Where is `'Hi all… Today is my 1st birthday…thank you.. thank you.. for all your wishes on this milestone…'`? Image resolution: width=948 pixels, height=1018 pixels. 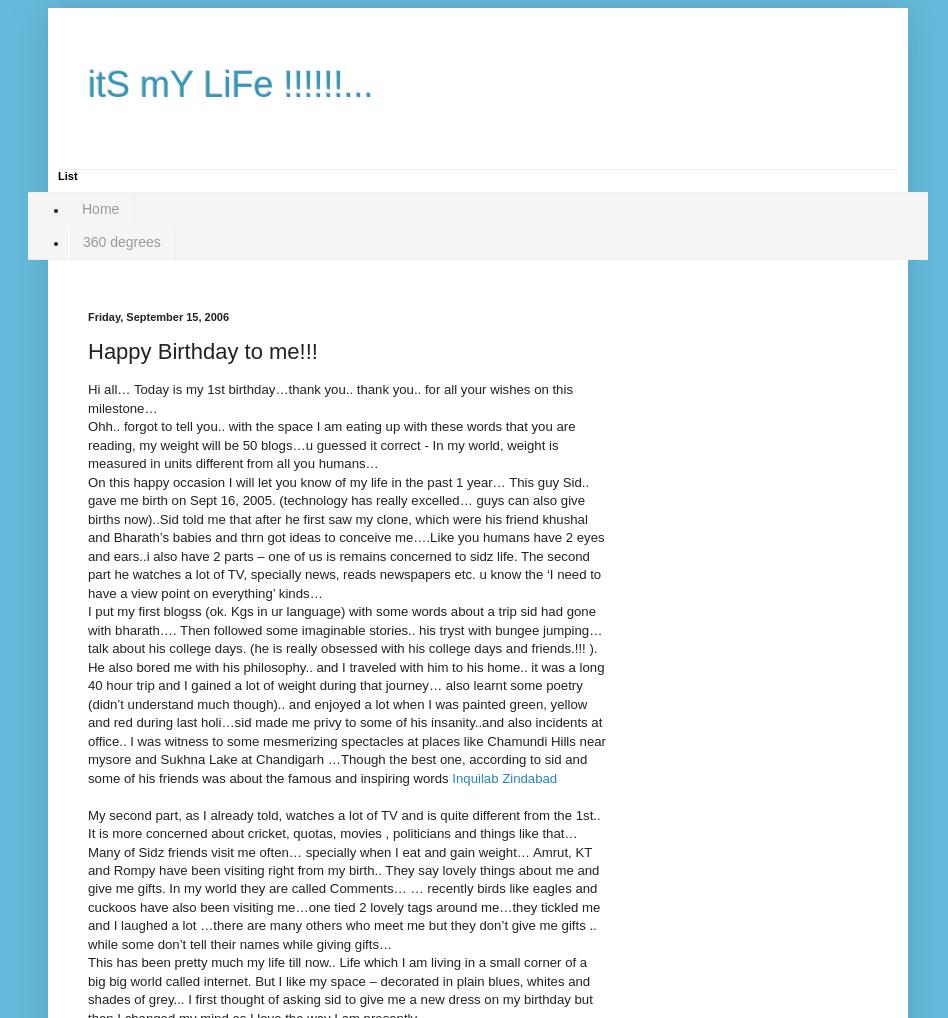 'Hi all… Today is my 1st birthday…thank you.. thank you.. for all your wishes on this milestone…' is located at coordinates (329, 398).